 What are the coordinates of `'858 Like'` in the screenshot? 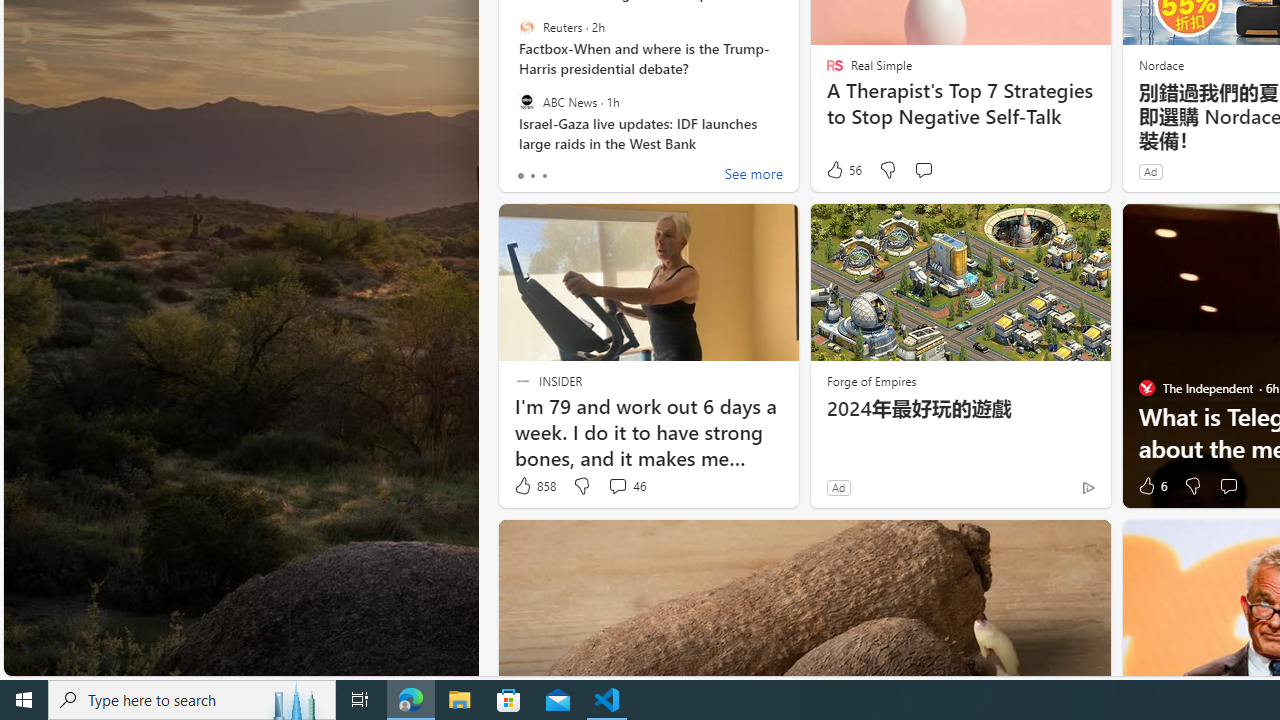 It's located at (534, 486).